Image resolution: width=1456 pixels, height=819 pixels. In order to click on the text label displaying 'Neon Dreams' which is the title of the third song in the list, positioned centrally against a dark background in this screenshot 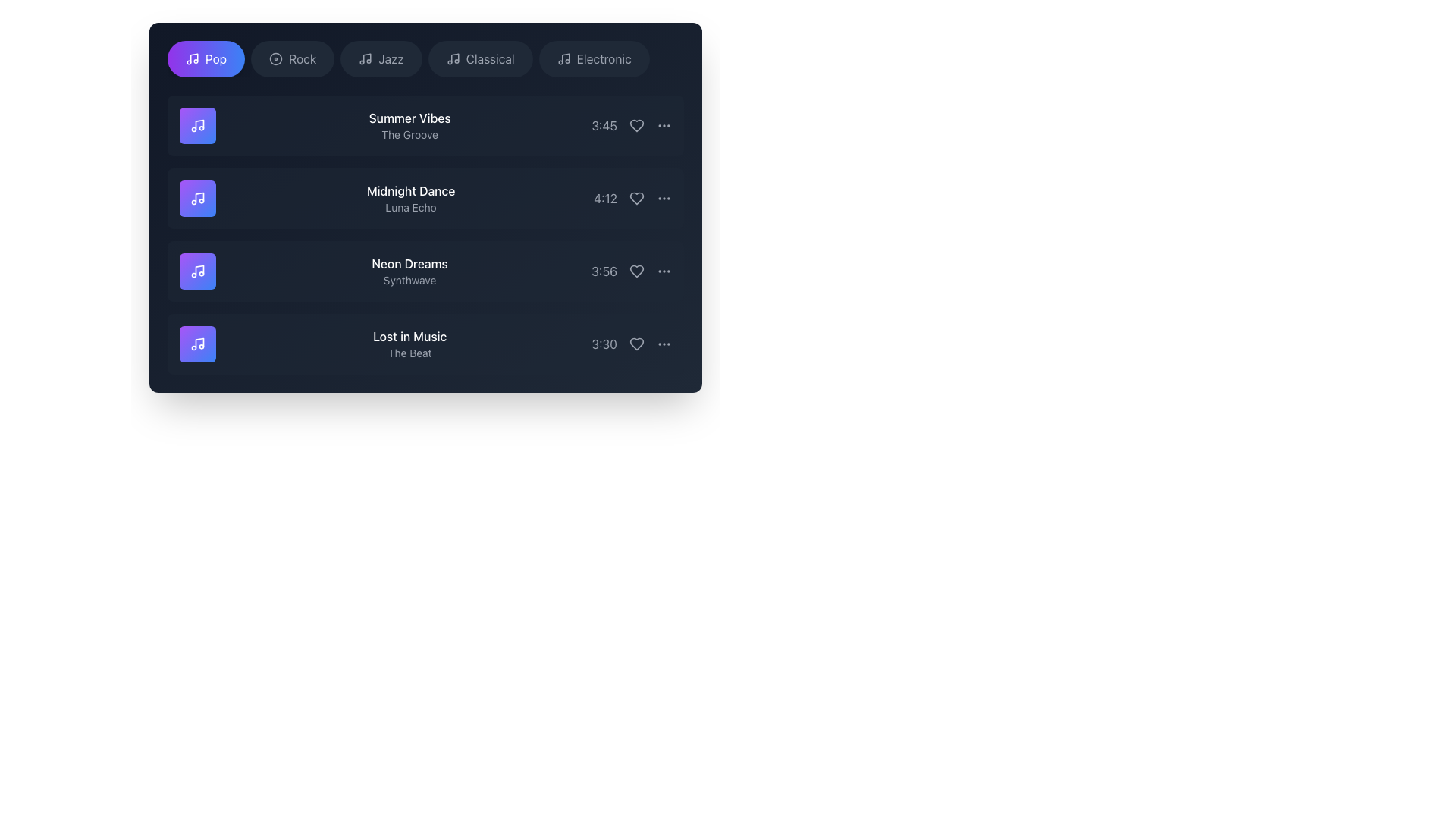, I will do `click(409, 262)`.